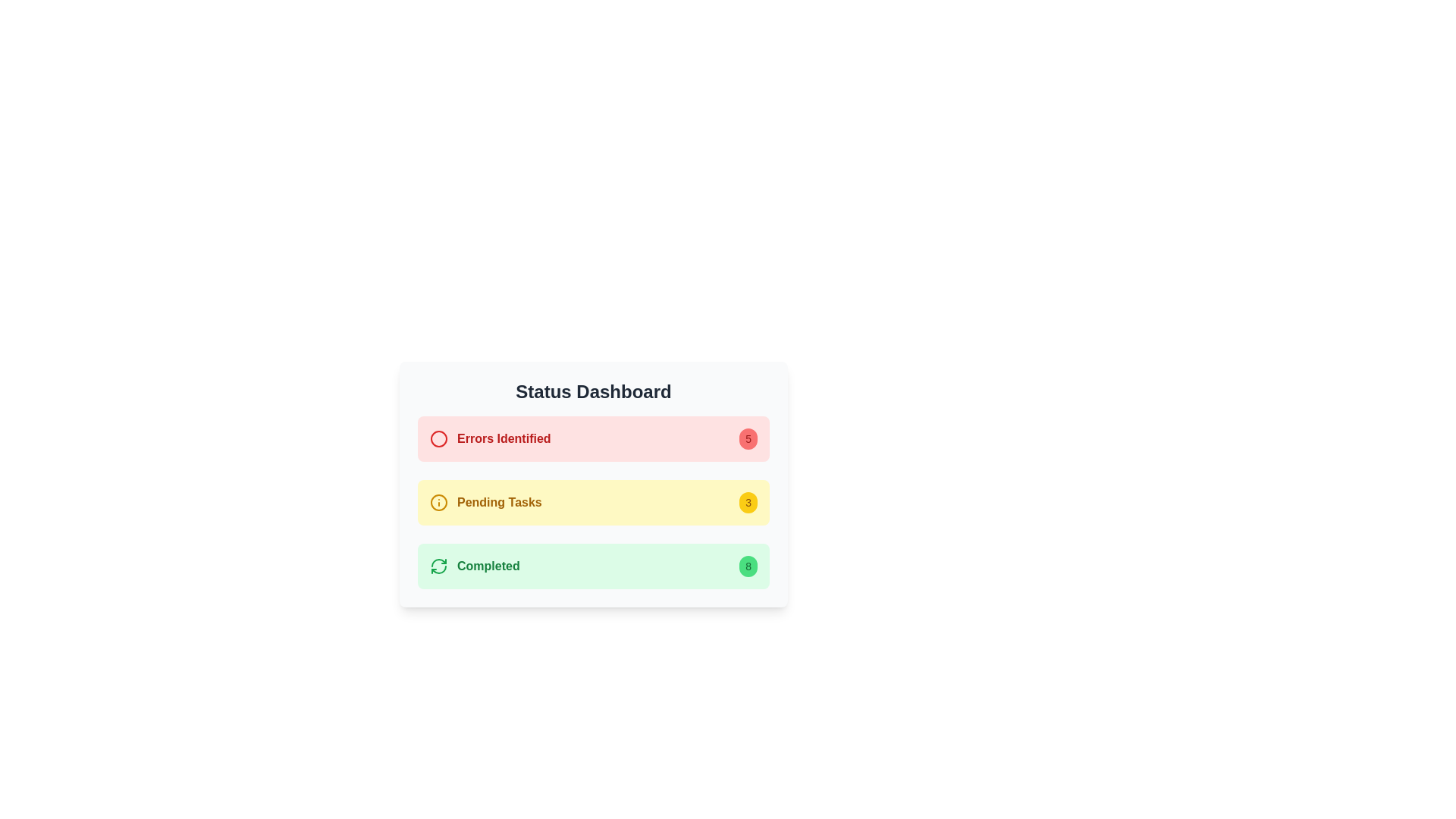  What do you see at coordinates (504, 438) in the screenshot?
I see `the 'Errors Identified' text label` at bounding box center [504, 438].